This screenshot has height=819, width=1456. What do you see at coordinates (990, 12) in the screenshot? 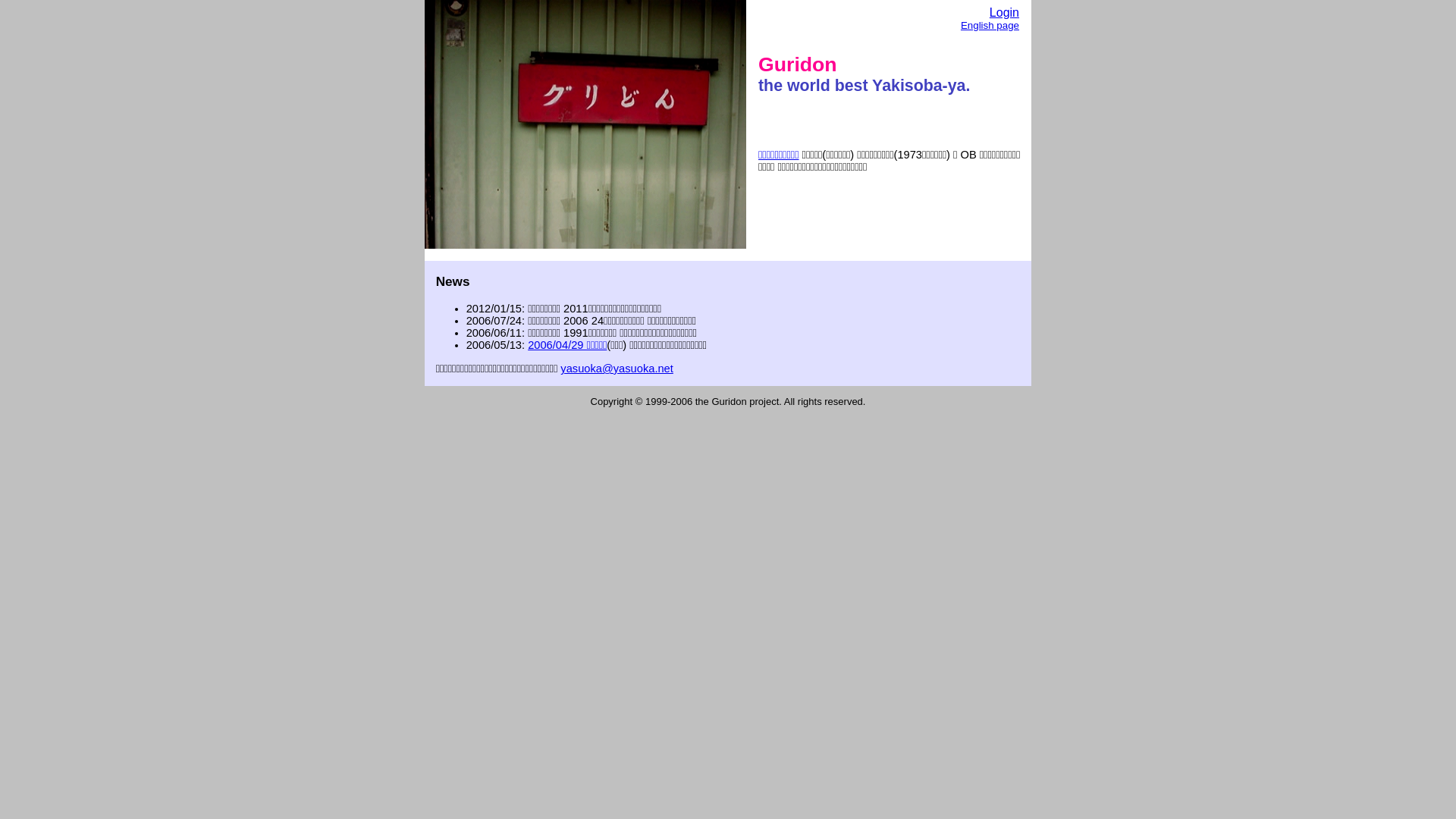
I see `'Login'` at bounding box center [990, 12].